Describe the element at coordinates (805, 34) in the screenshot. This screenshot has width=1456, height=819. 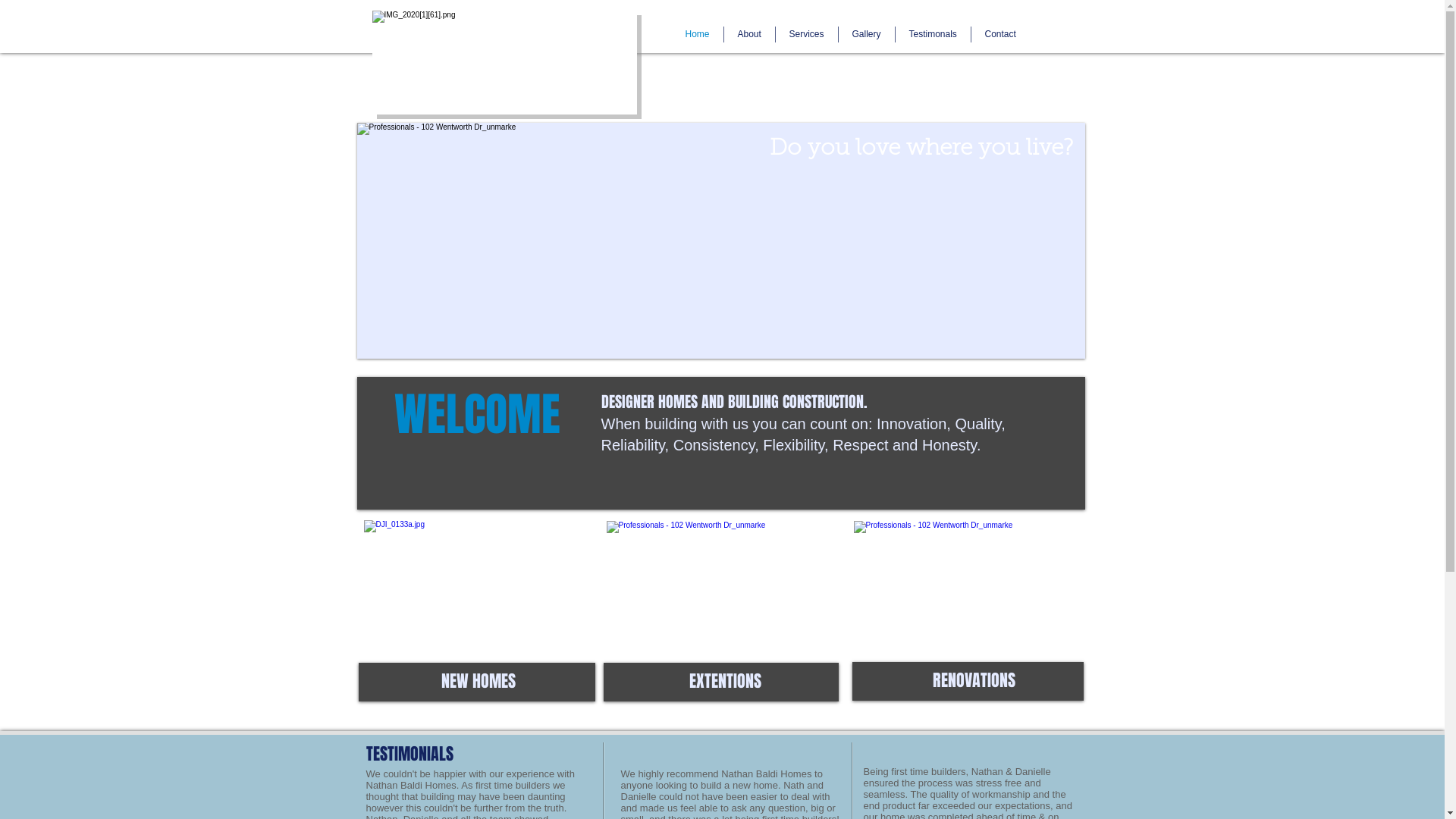
I see `'Services'` at that location.